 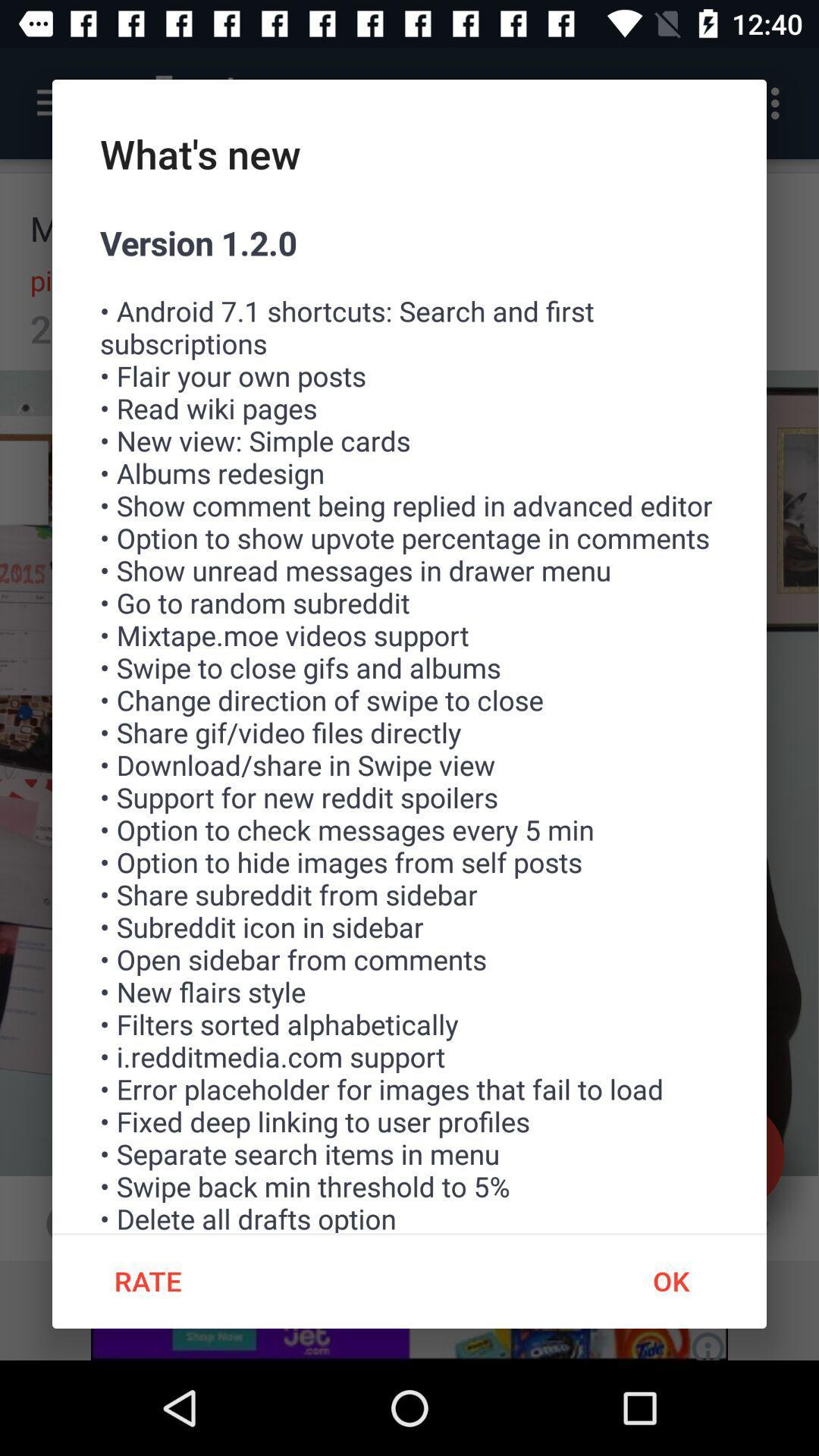 What do you see at coordinates (409, 726) in the screenshot?
I see `item below the what's new icon` at bounding box center [409, 726].